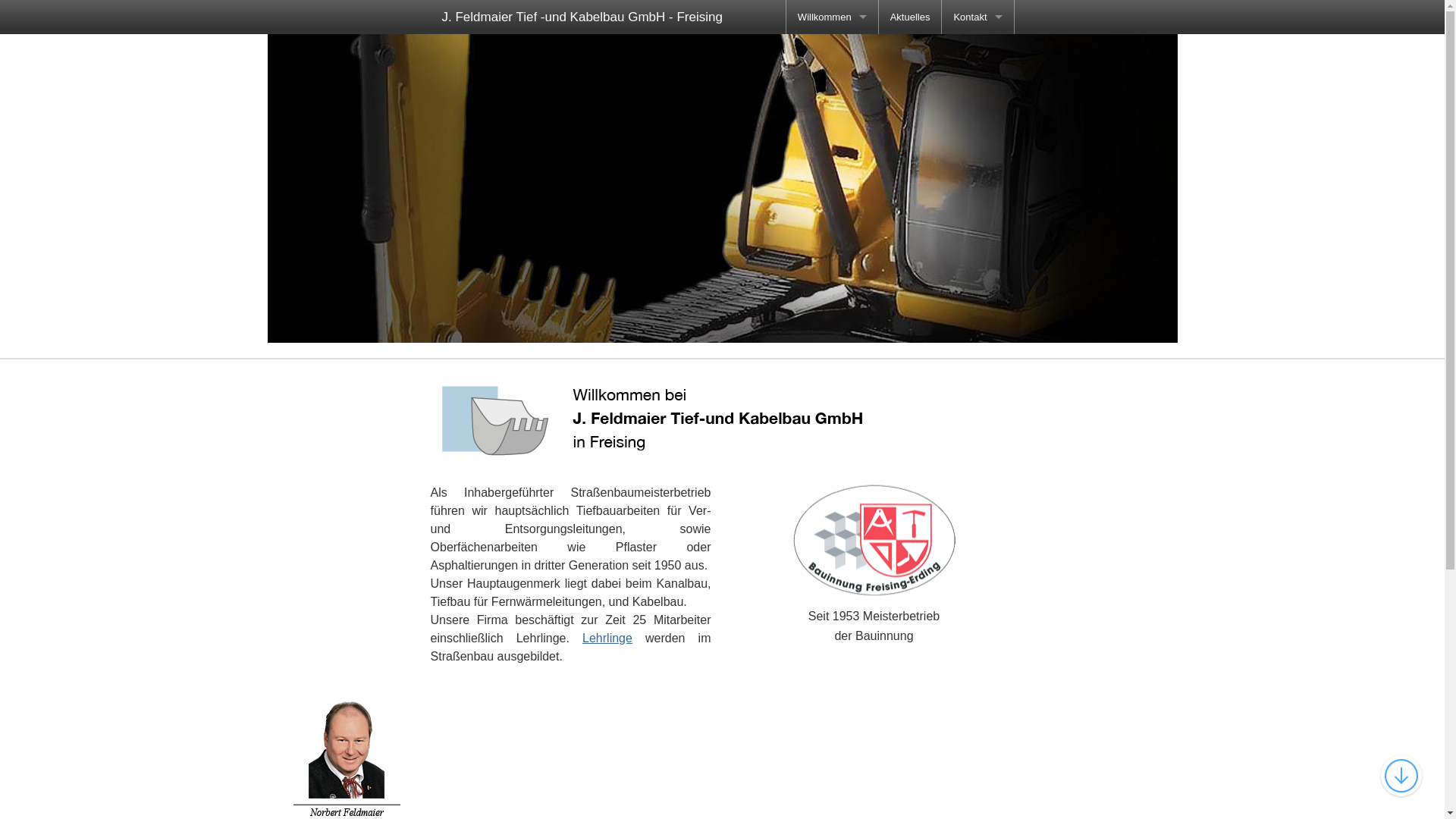  I want to click on 'Aktuelles', so click(910, 17).